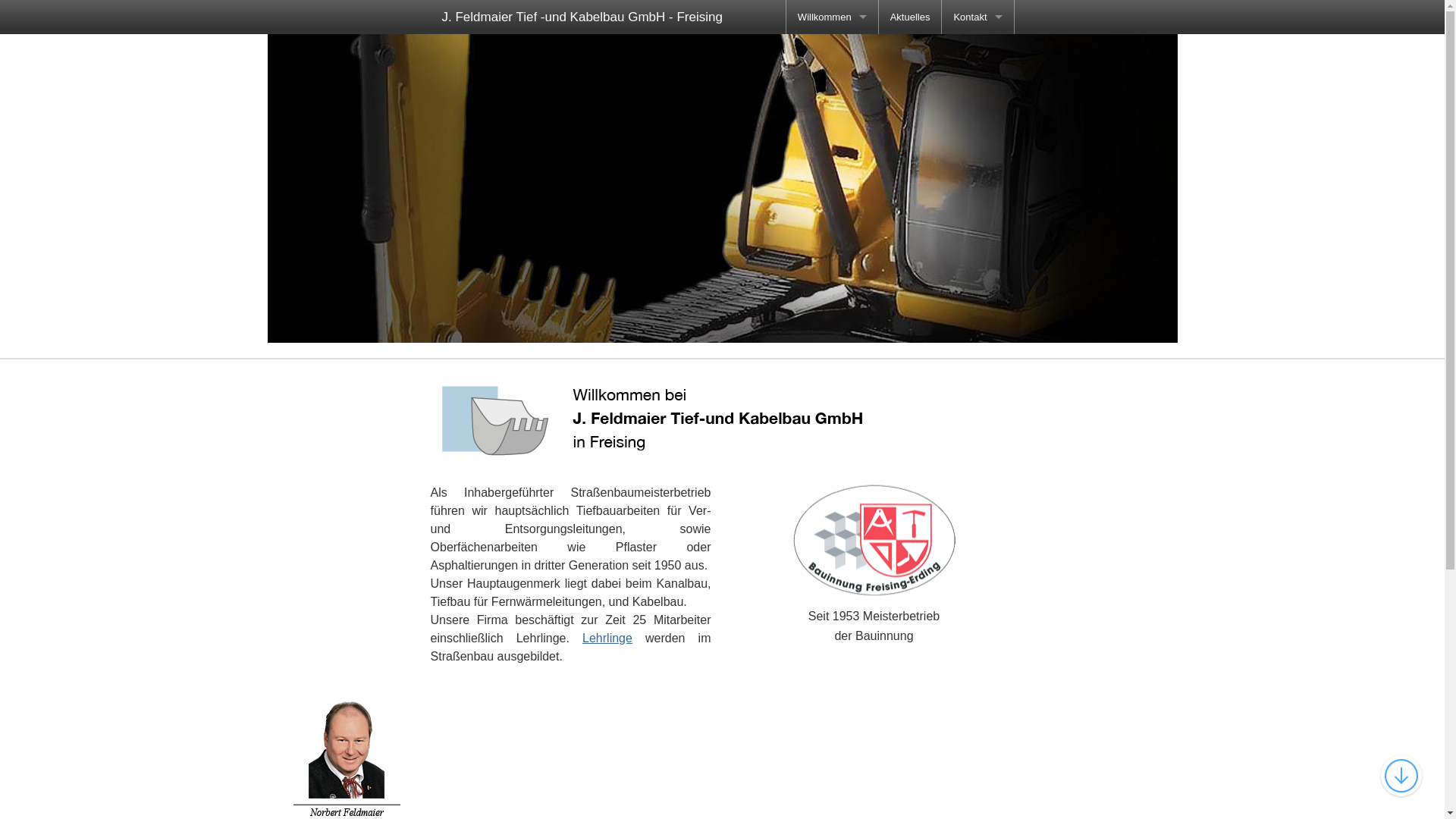  I want to click on 'Aktuelles', so click(910, 17).